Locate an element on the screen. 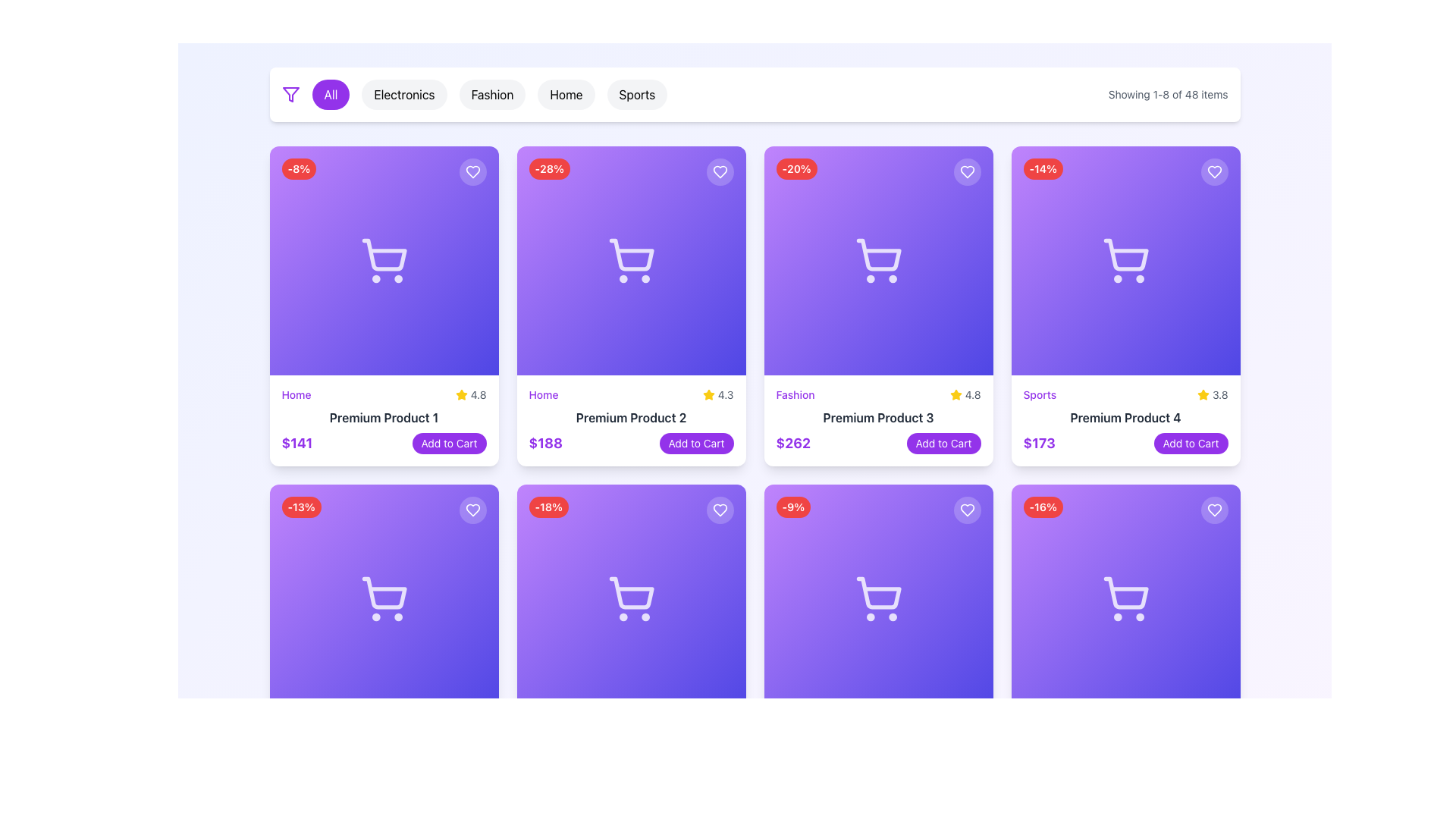 The width and height of the screenshot is (1456, 819). the Product Card located in the second column of the grid's top row is located at coordinates (631, 306).